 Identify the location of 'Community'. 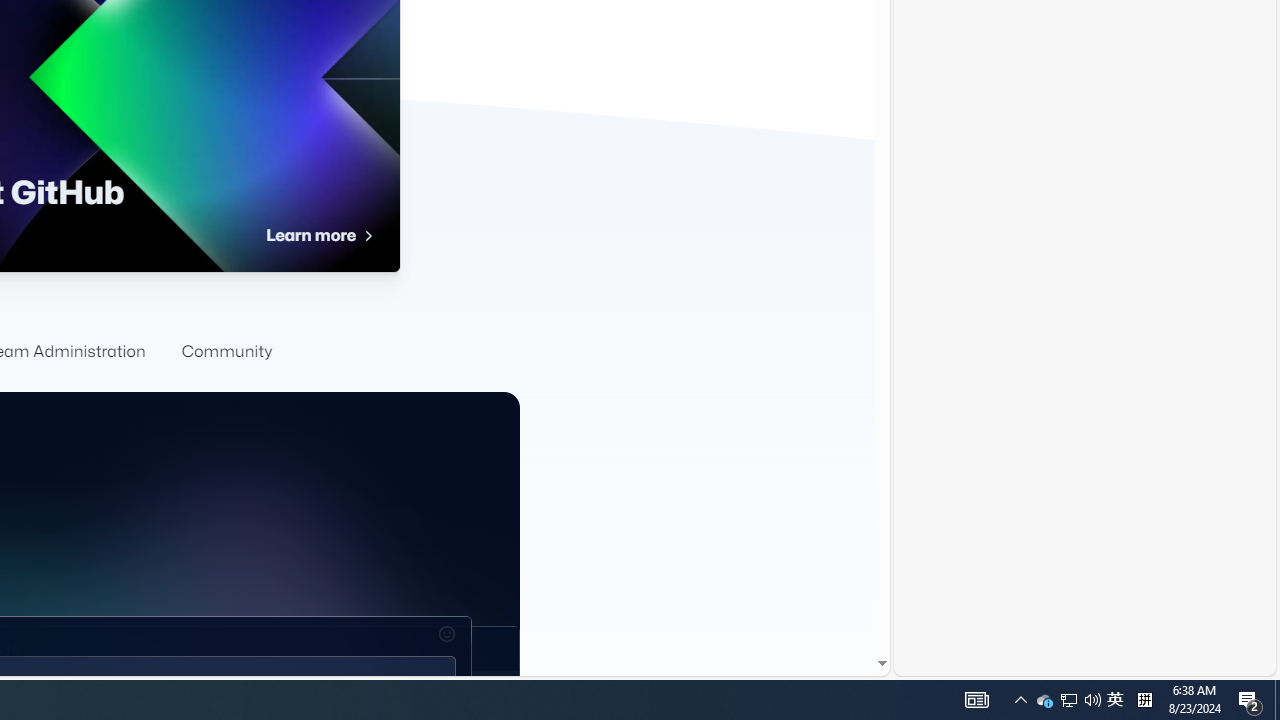
(226, 351).